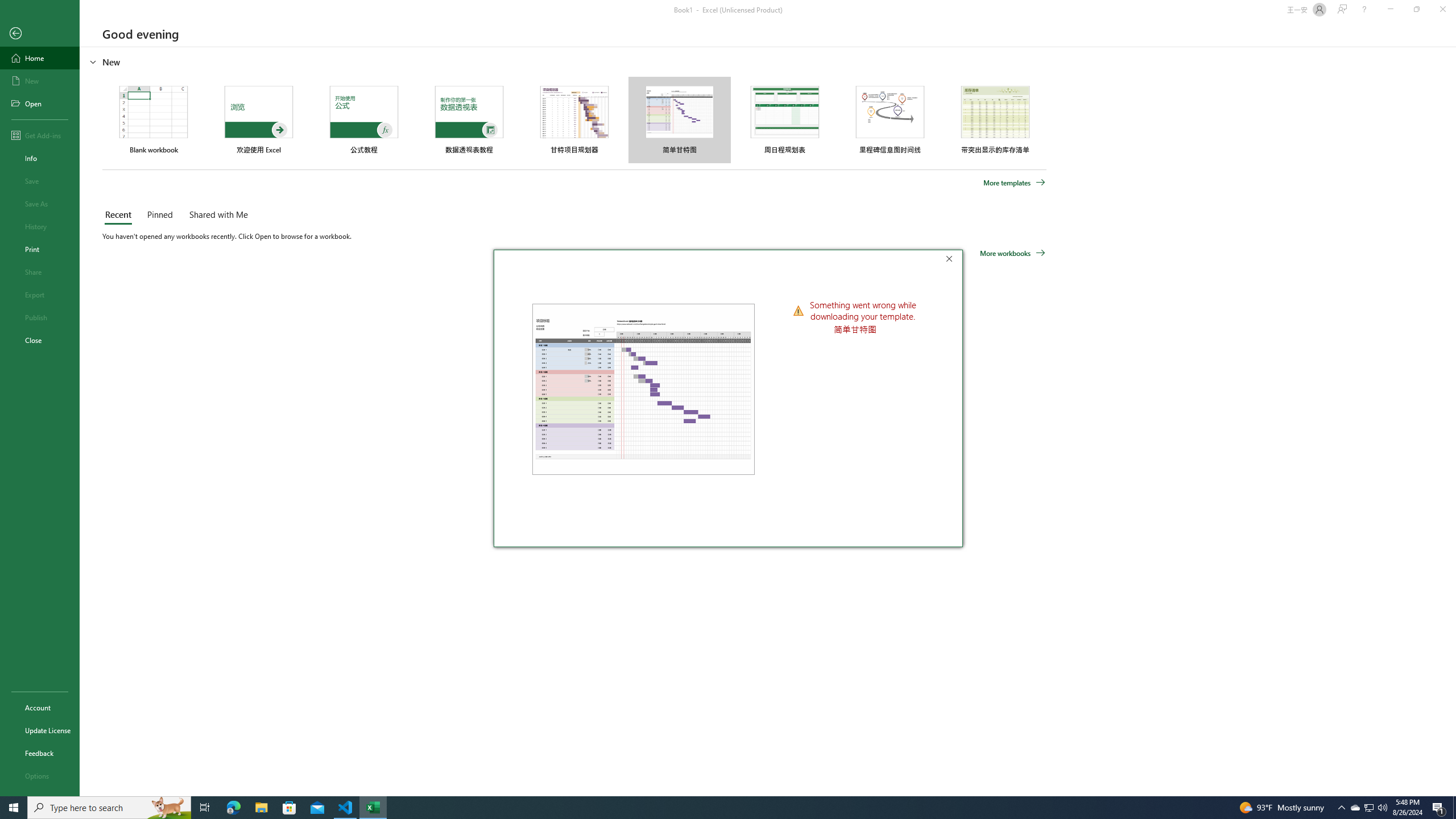 This screenshot has width=1456, height=819. What do you see at coordinates (39, 272) in the screenshot?
I see `'Share'` at bounding box center [39, 272].